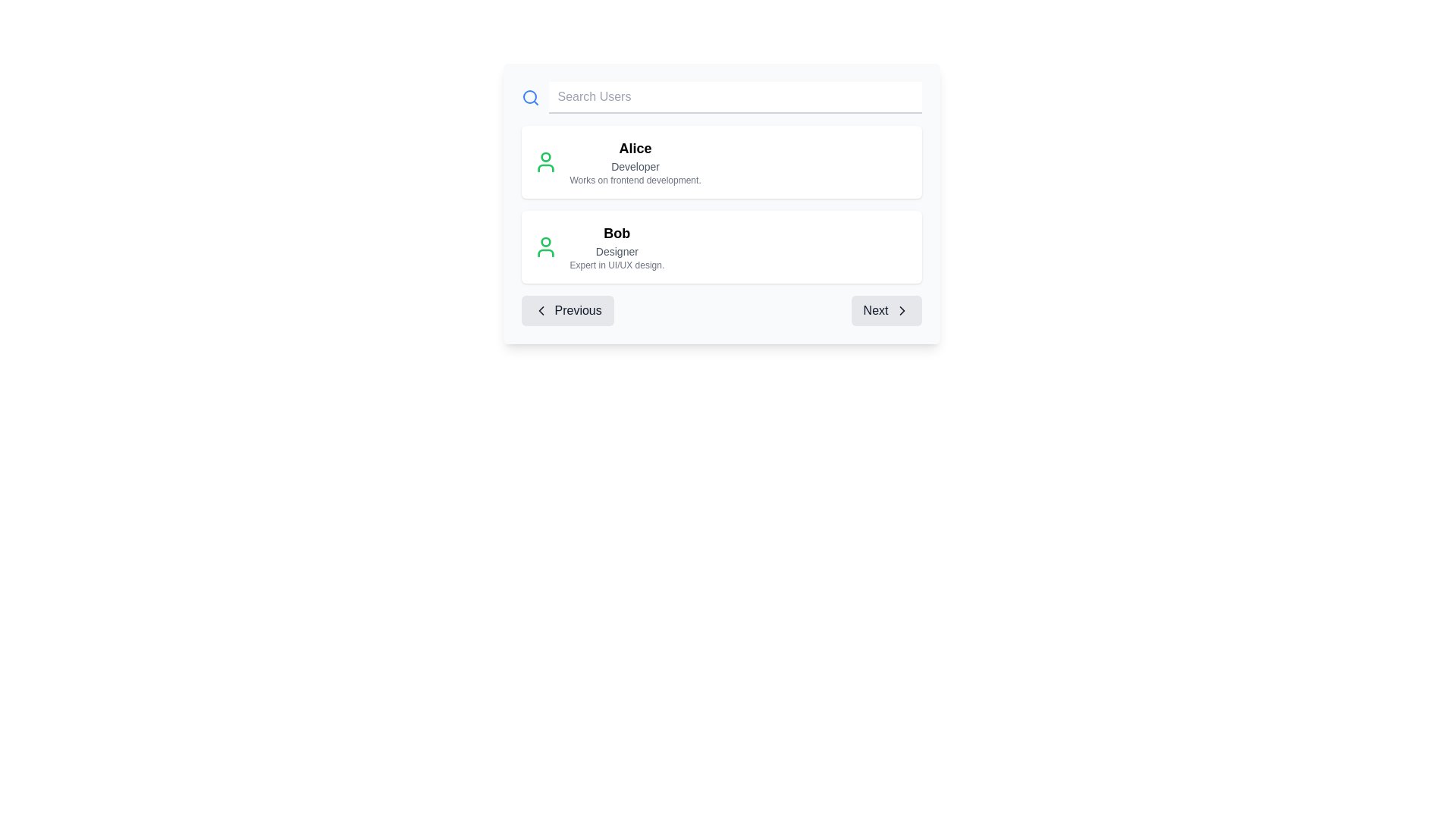 This screenshot has height=819, width=1456. What do you see at coordinates (635, 180) in the screenshot?
I see `the static text label that displays 'Works on frontend development.' positioned below 'Developer' in Alice's user profile` at bounding box center [635, 180].